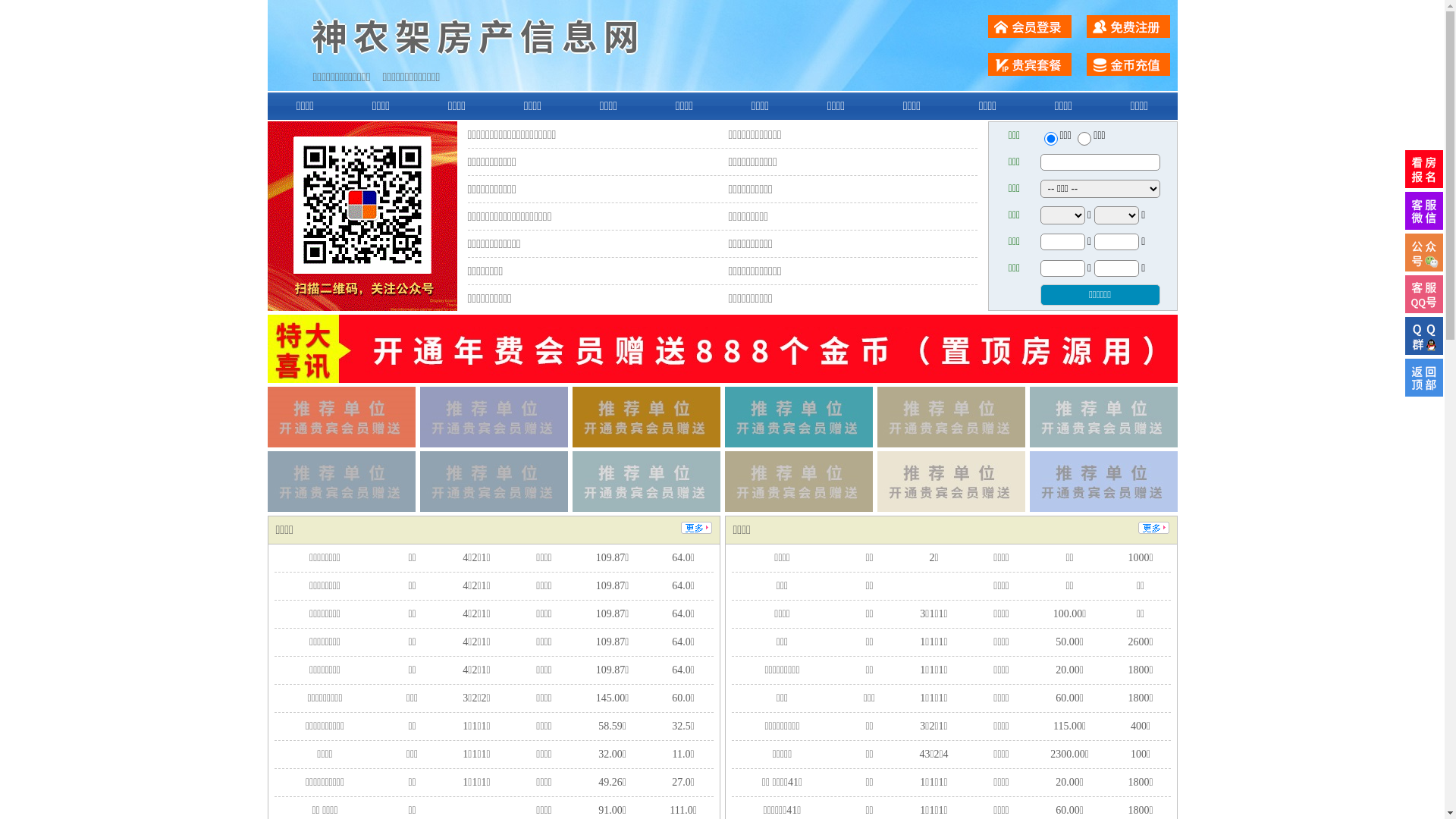 Image resolution: width=1456 pixels, height=819 pixels. I want to click on 'chuzu', so click(1084, 138).